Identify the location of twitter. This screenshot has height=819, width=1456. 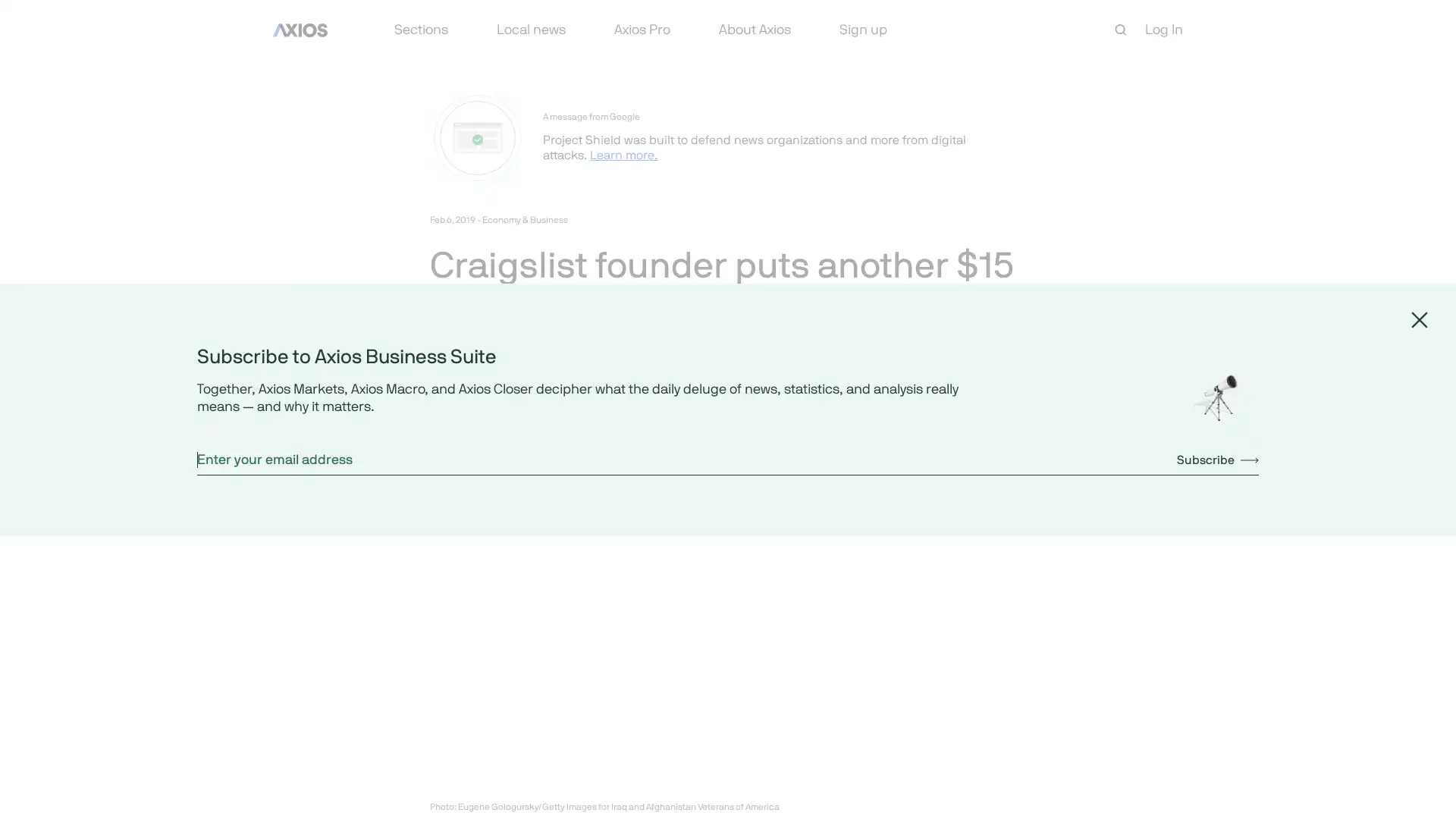
(476, 412).